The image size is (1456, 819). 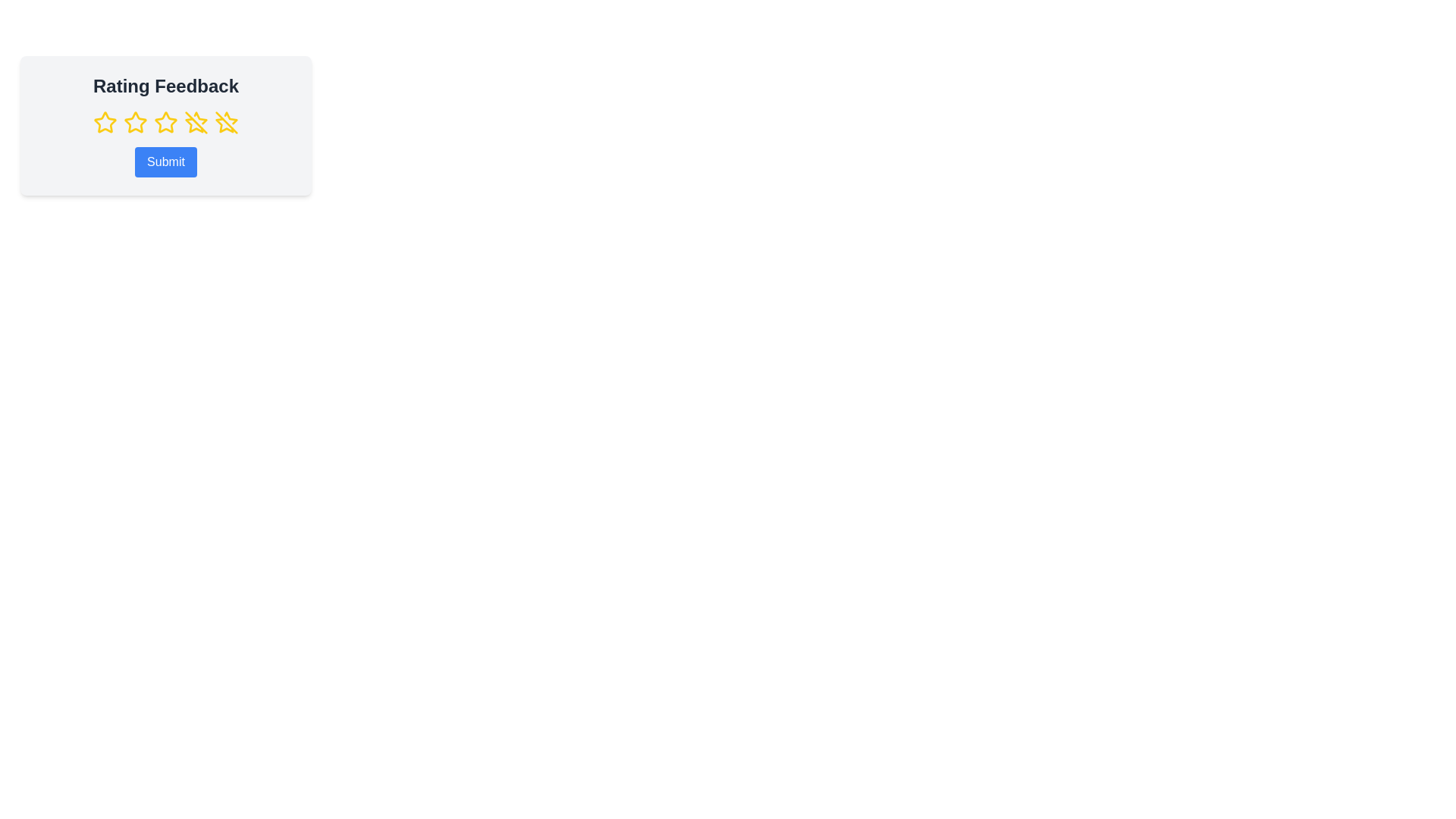 What do you see at coordinates (135, 122) in the screenshot?
I see `the second star-shaped rating icon, which is yellow and located below the text 'Rating Feedback'` at bounding box center [135, 122].